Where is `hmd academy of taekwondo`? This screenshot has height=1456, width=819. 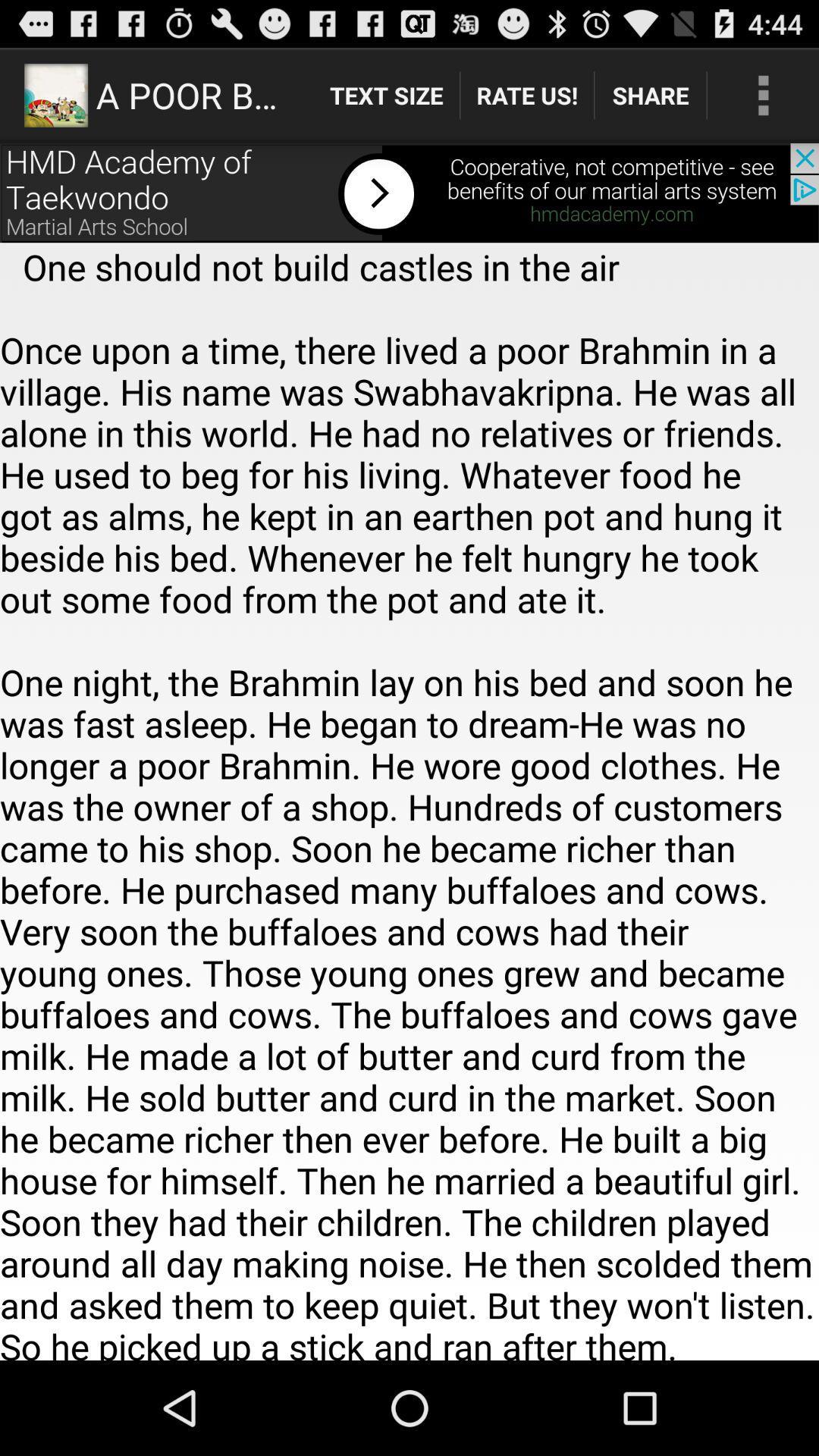 hmd academy of taekwondo is located at coordinates (409, 192).